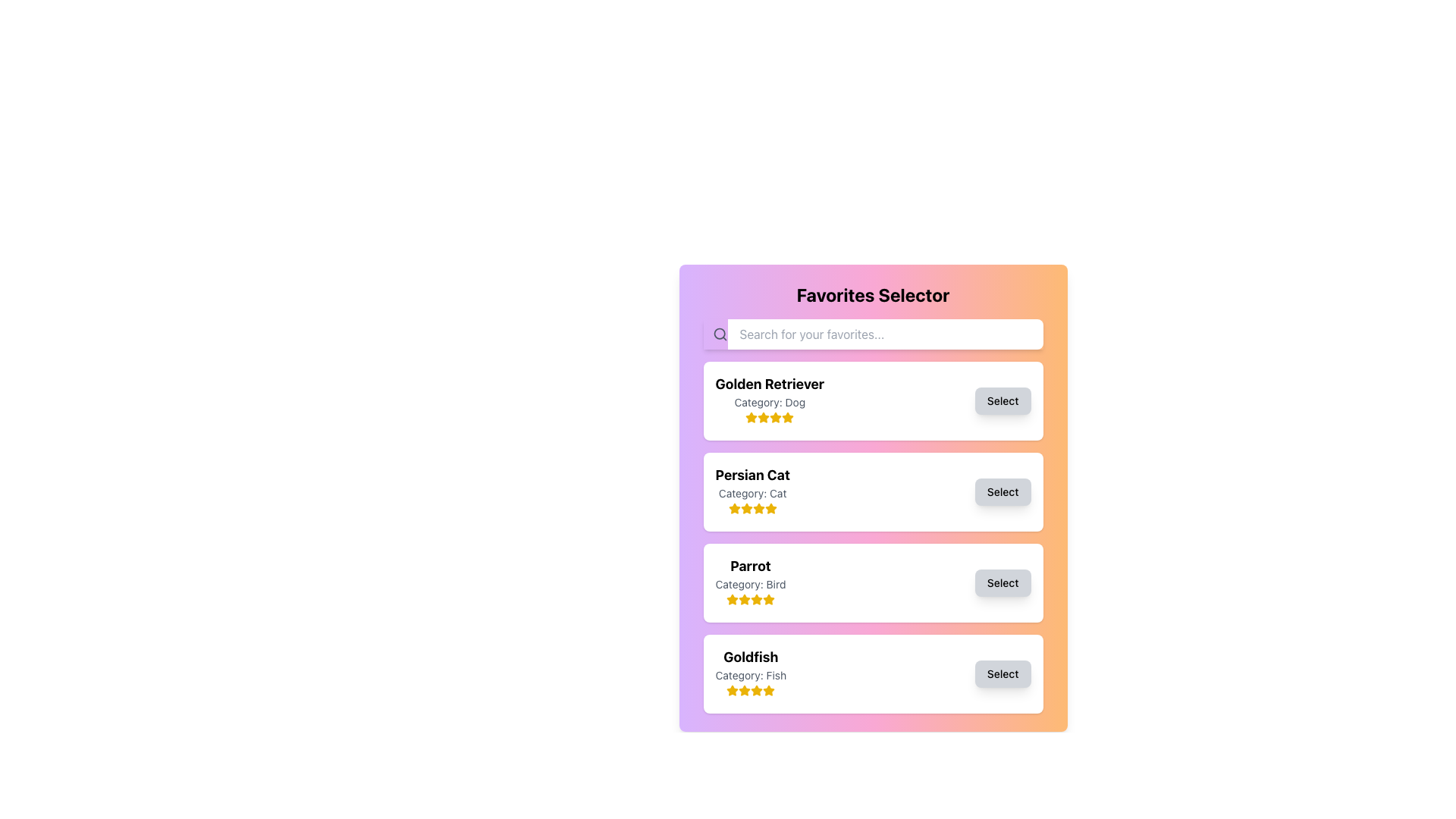 The height and width of the screenshot is (819, 1456). What do you see at coordinates (787, 417) in the screenshot?
I see `the third star-shaped icon filled with yellow color under the item titled 'Golden Retriever' to rate it` at bounding box center [787, 417].